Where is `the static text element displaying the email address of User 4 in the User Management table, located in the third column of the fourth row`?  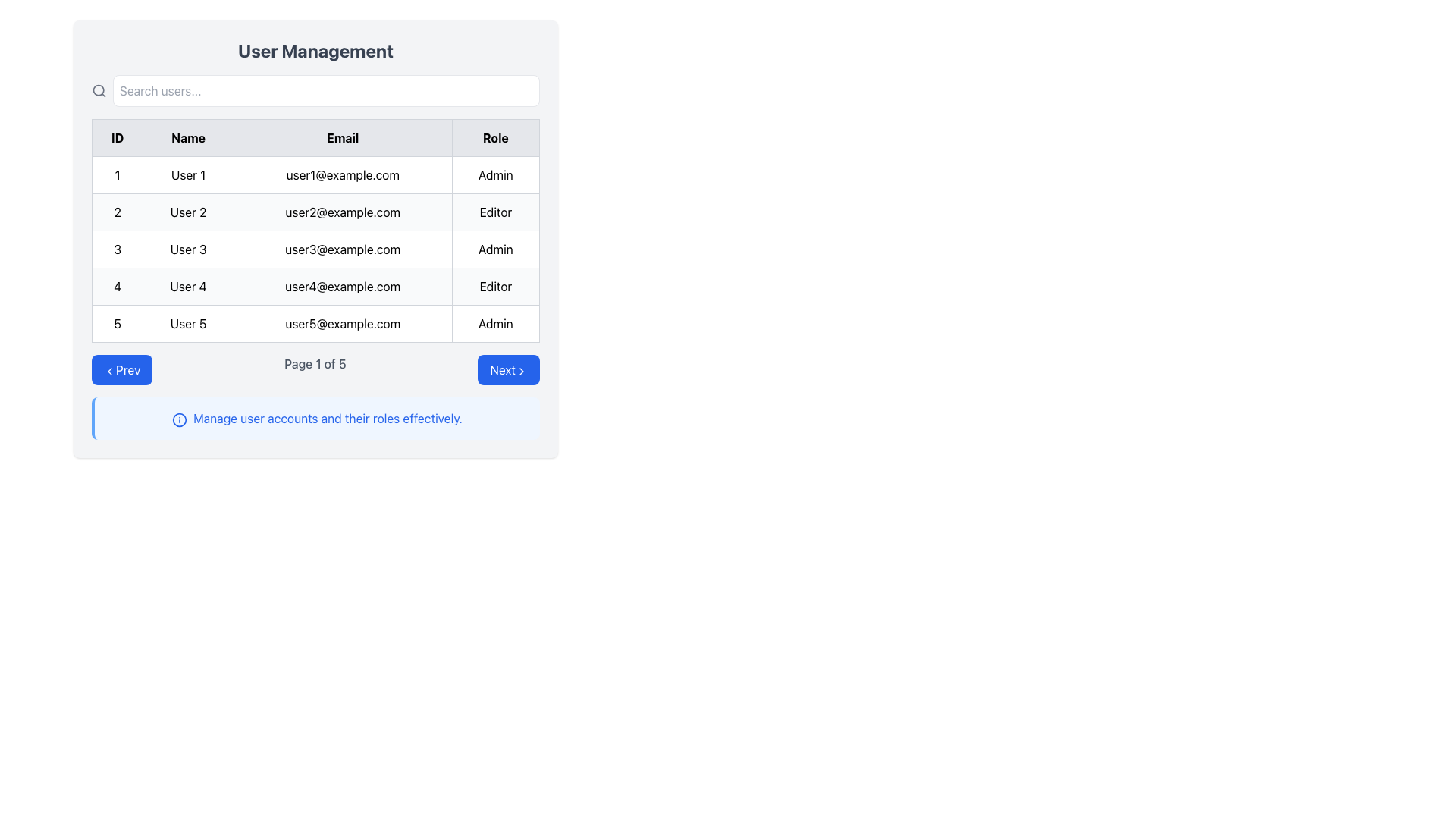
the static text element displaying the email address of User 4 in the User Management table, located in the third column of the fourth row is located at coordinates (342, 287).